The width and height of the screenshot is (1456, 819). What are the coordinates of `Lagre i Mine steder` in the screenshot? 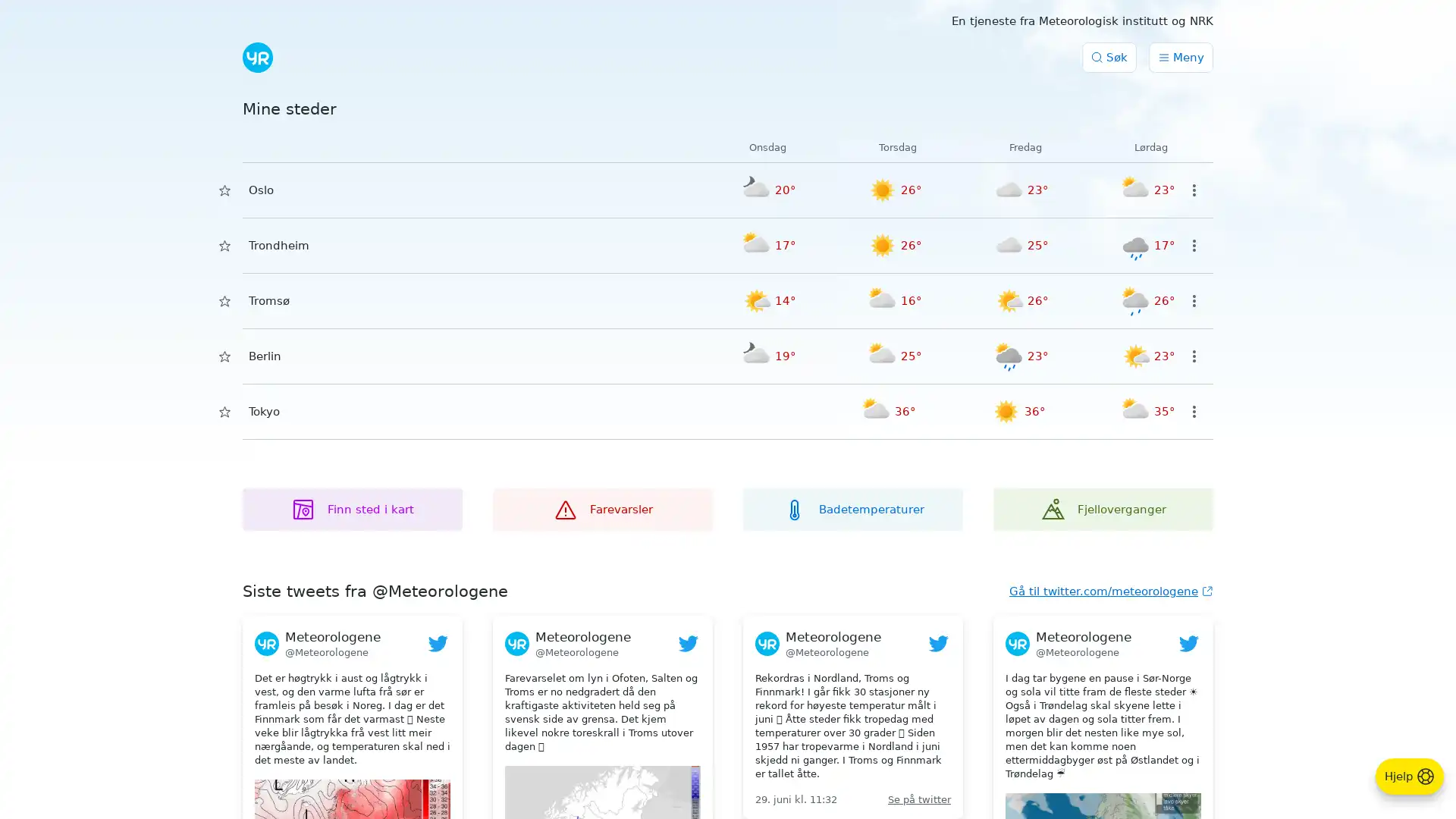 It's located at (224, 245).